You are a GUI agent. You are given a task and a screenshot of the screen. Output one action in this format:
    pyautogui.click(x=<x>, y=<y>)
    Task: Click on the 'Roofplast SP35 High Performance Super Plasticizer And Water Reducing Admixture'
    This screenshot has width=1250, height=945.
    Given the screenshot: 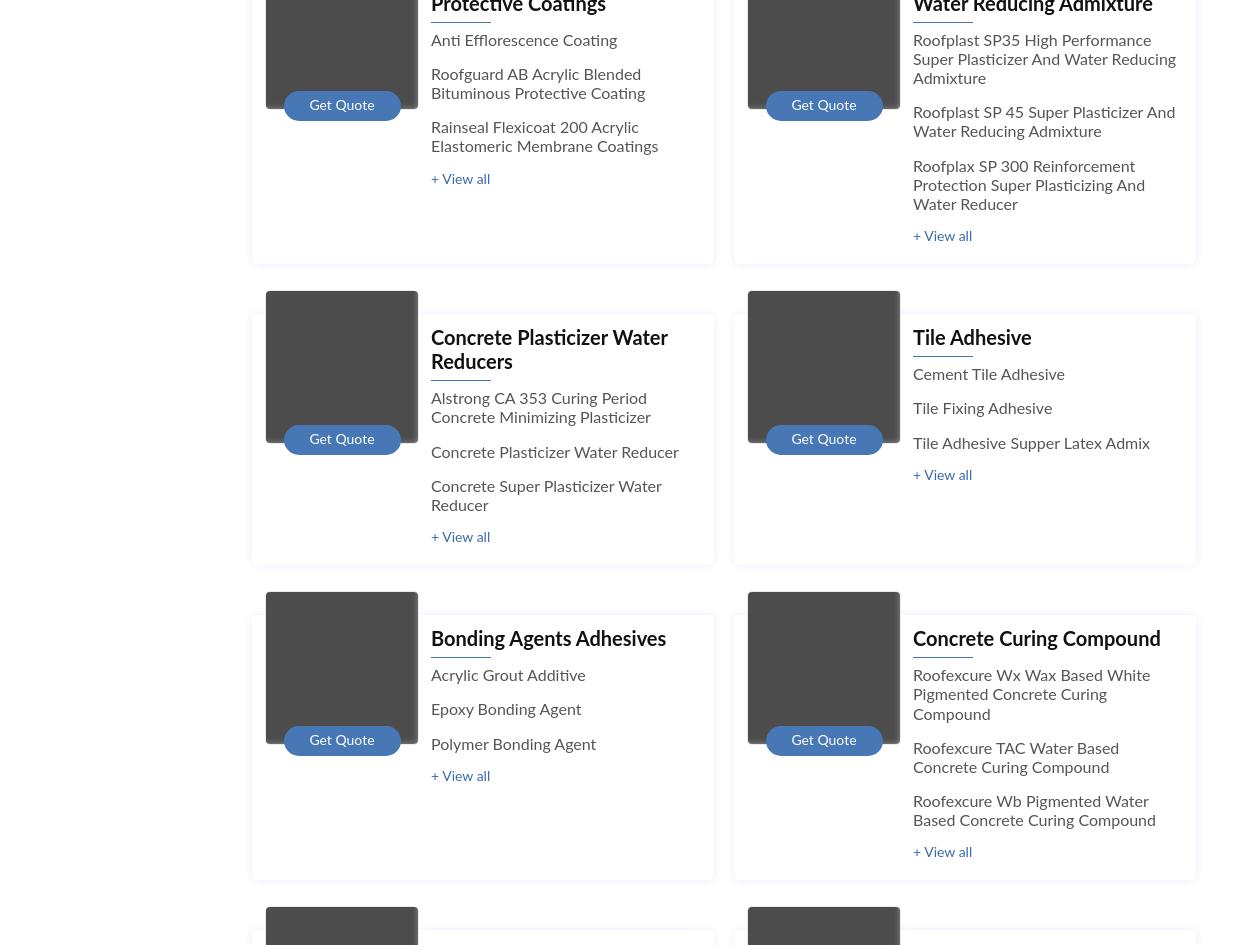 What is the action you would take?
    pyautogui.click(x=1044, y=59)
    